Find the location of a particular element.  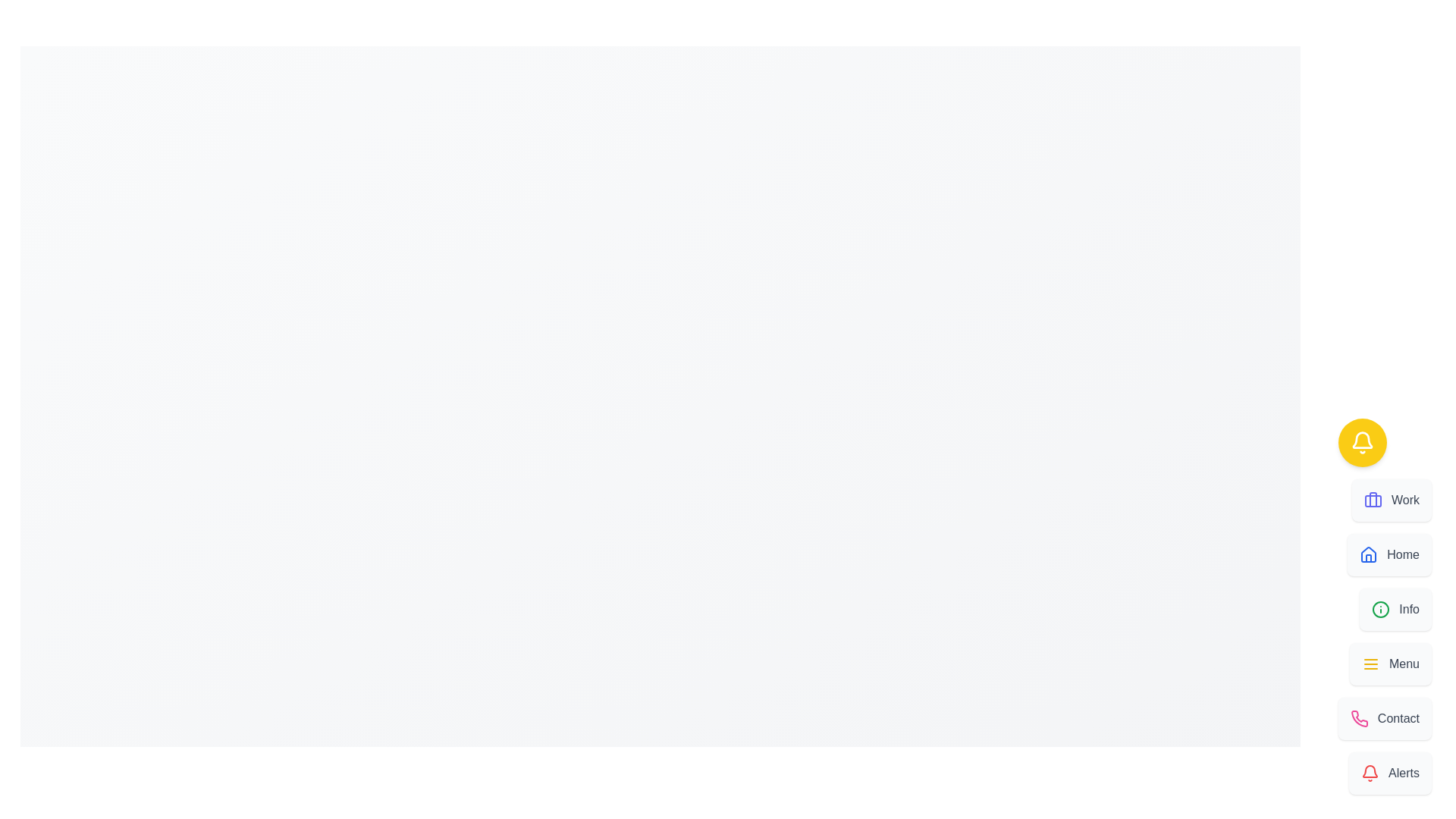

the option Alerts from the Speed Dial menu is located at coordinates (1390, 773).